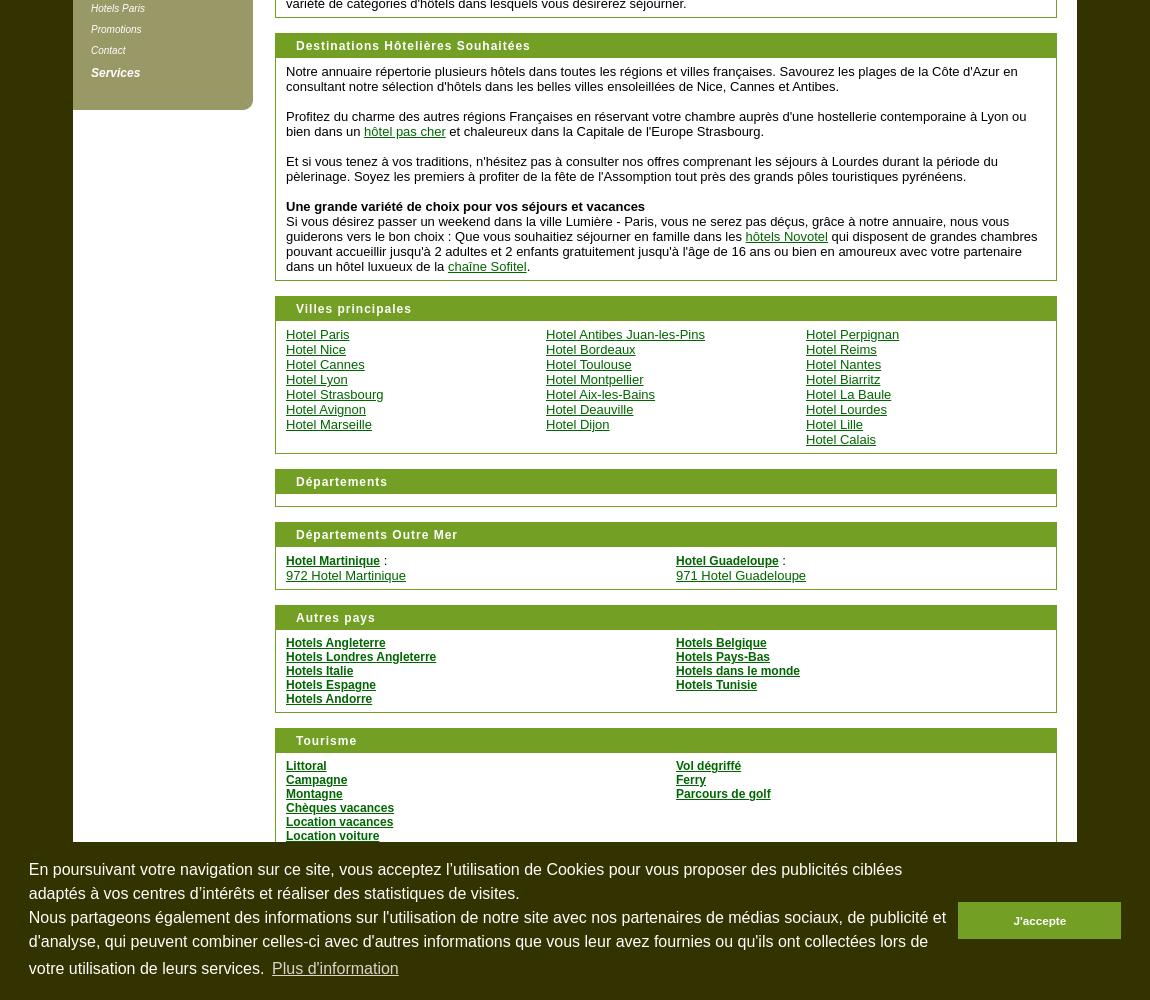 The height and width of the screenshot is (1000, 1150). I want to click on 'Montagne', so click(285, 794).